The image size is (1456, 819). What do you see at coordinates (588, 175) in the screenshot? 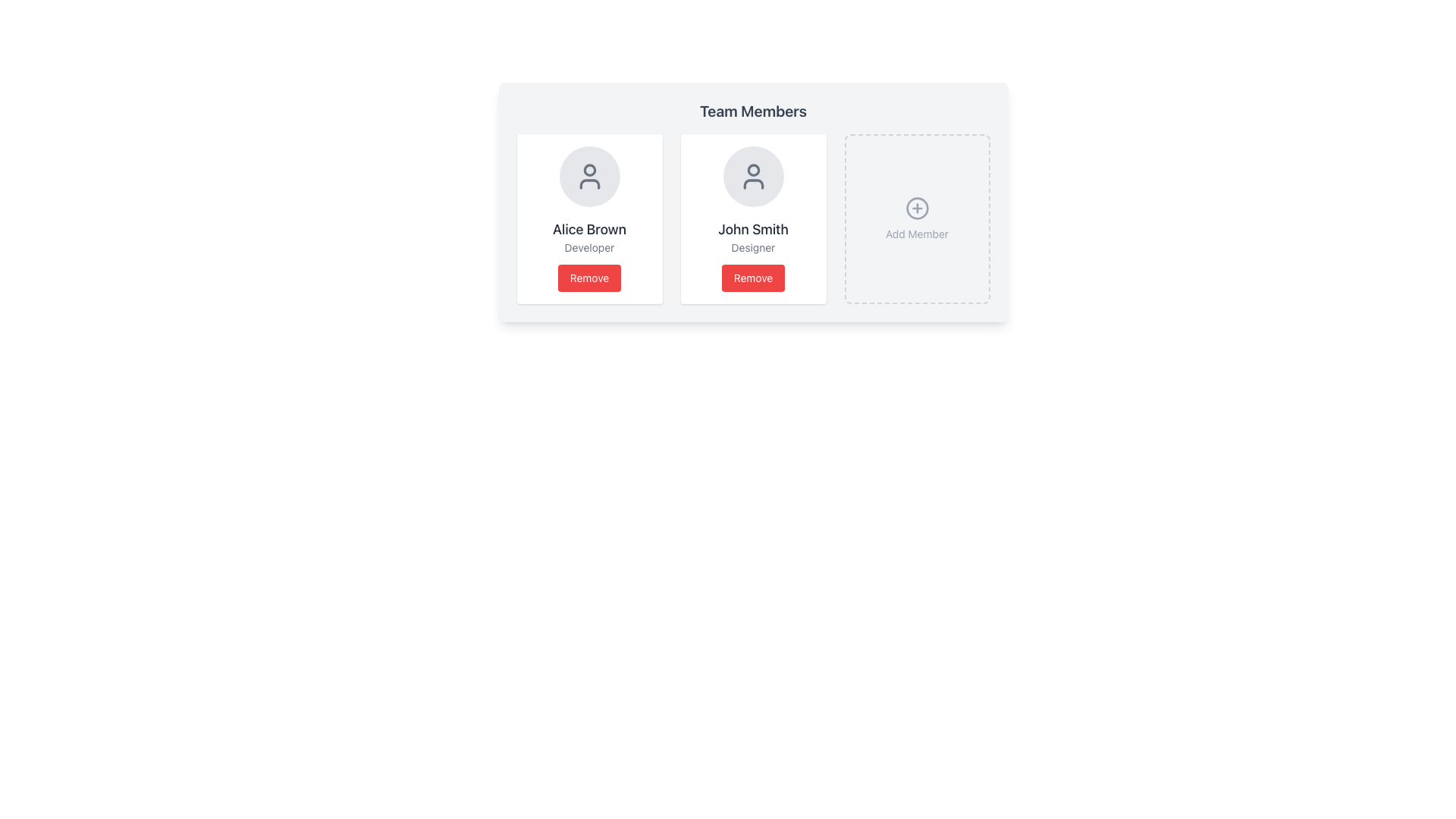
I see `the user profile icon located in the left profile card of the 'Team Members' section, above the text 'Alice Brown' and 'Developer'` at bounding box center [588, 175].